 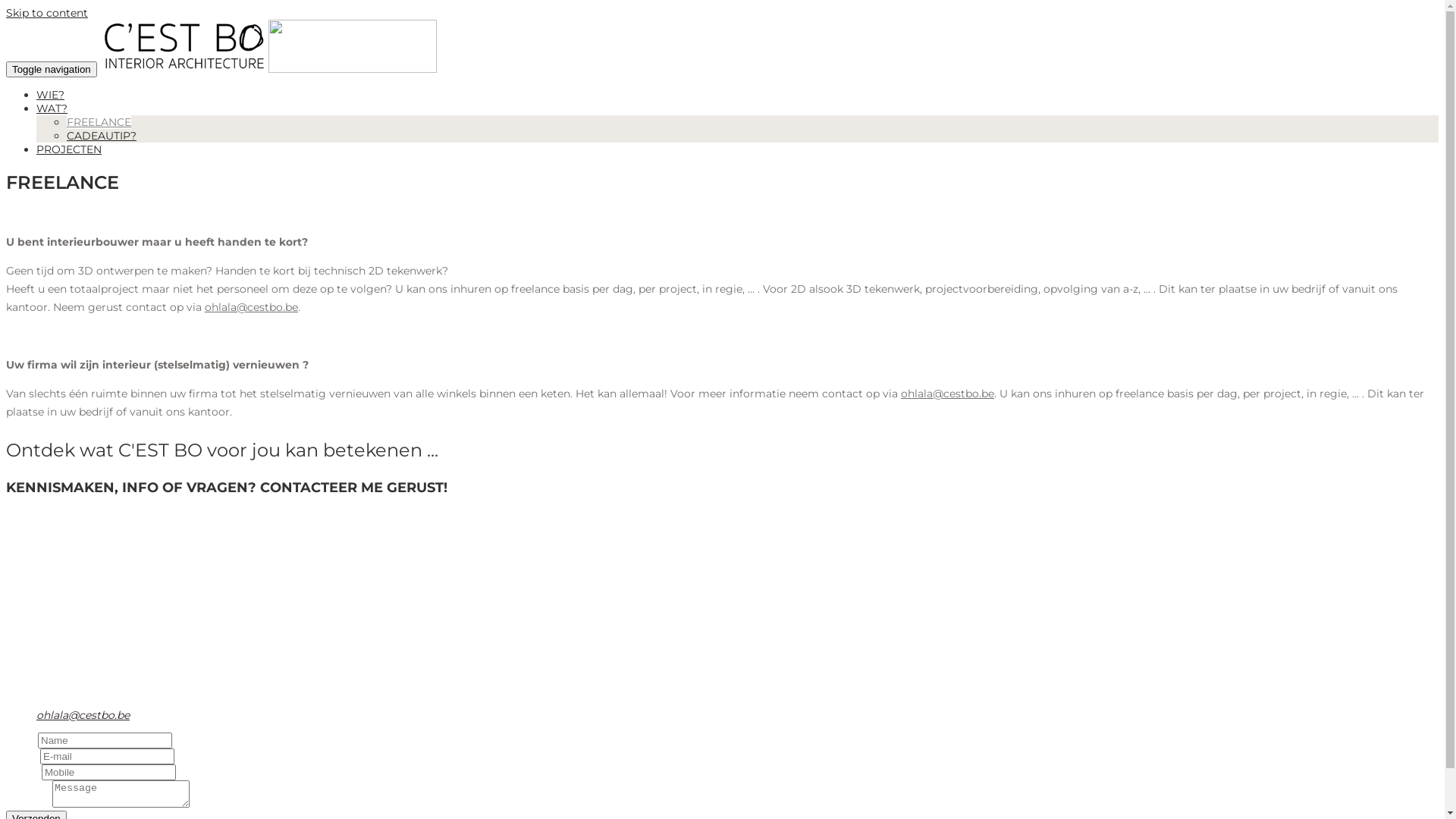 I want to click on 'Toggle navigation', so click(x=51, y=69).